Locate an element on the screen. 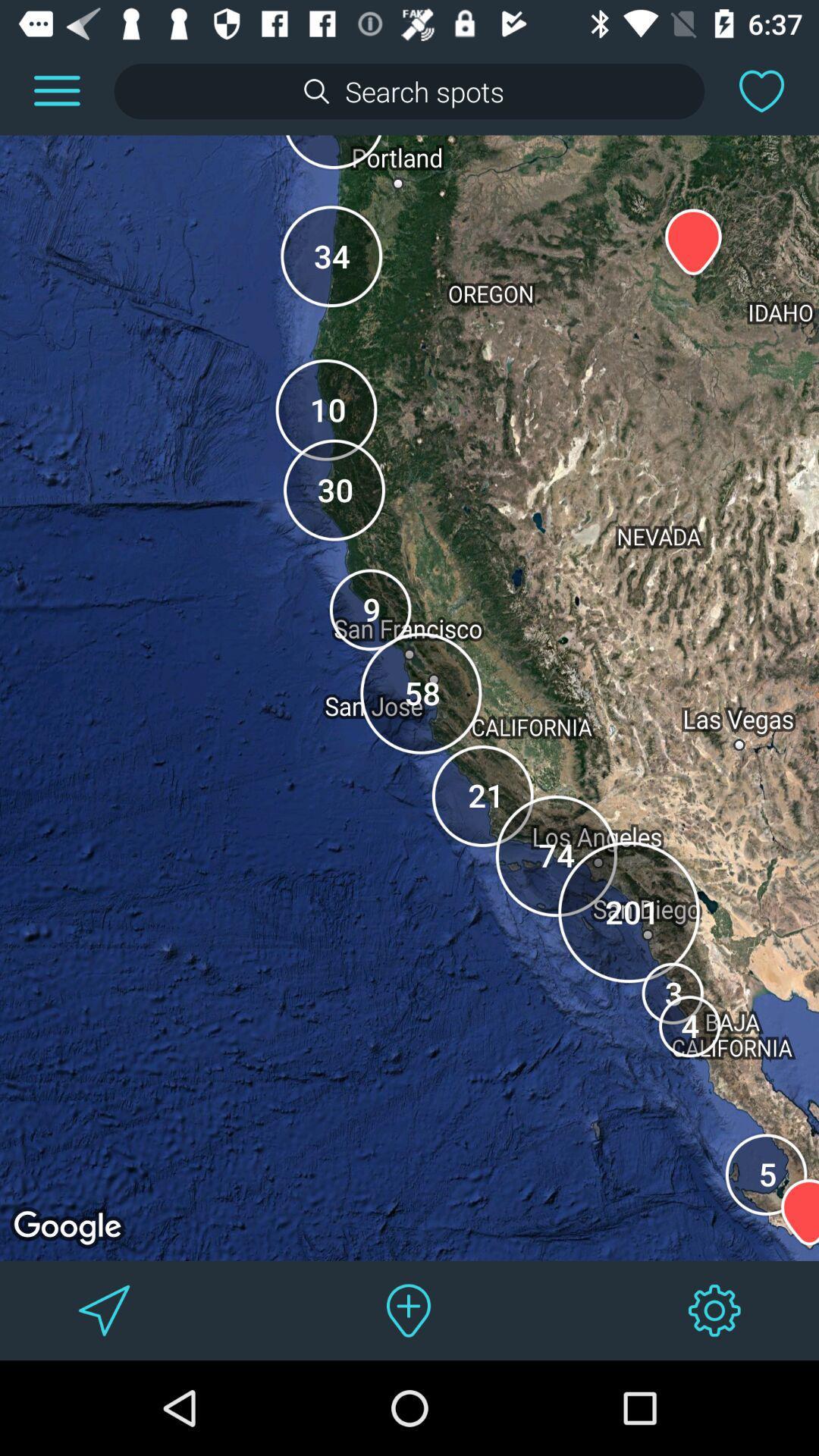 The height and width of the screenshot is (1456, 819). settings is located at coordinates (714, 1310).